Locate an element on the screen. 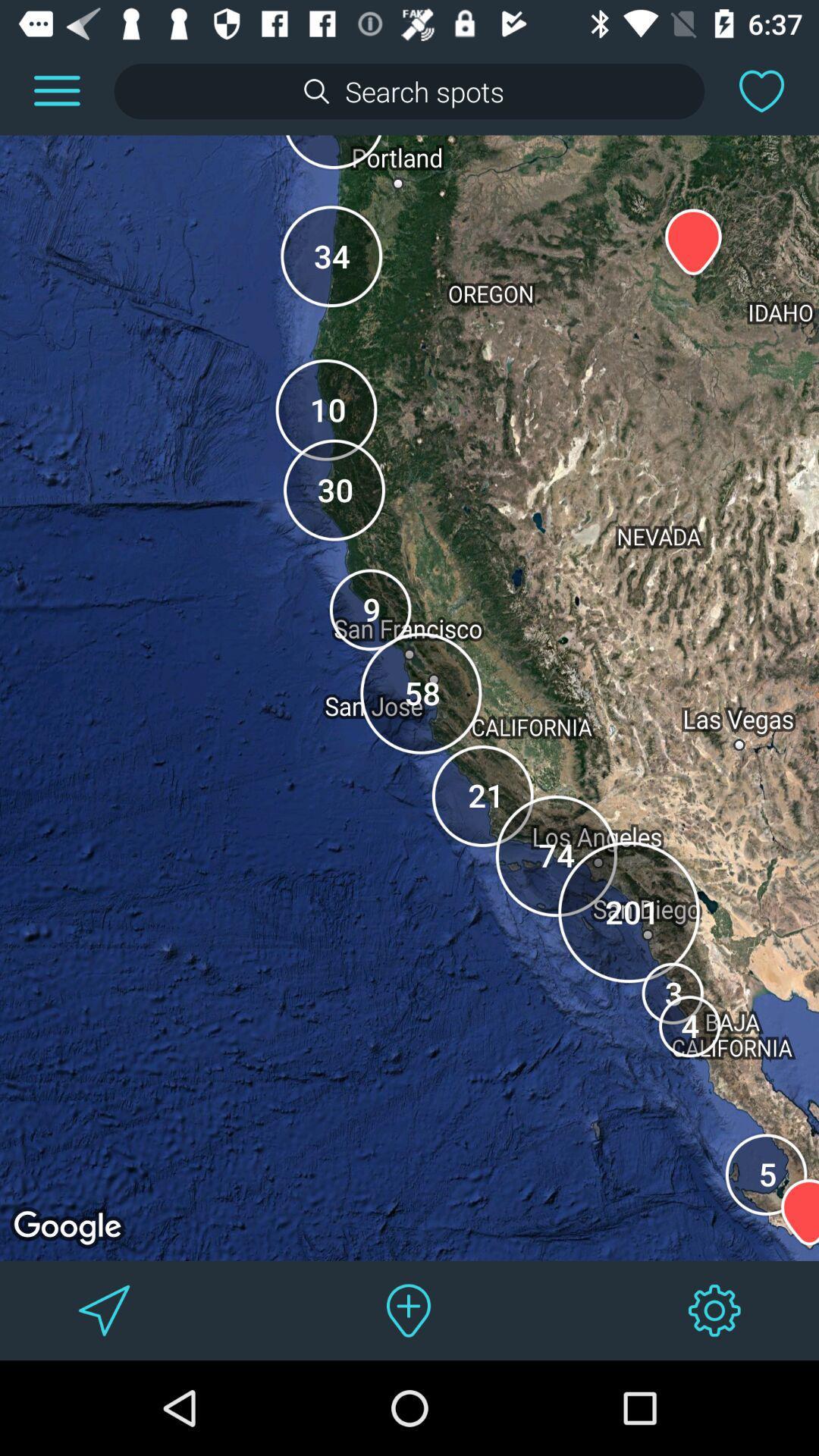 The height and width of the screenshot is (1456, 819). settings is located at coordinates (714, 1310).